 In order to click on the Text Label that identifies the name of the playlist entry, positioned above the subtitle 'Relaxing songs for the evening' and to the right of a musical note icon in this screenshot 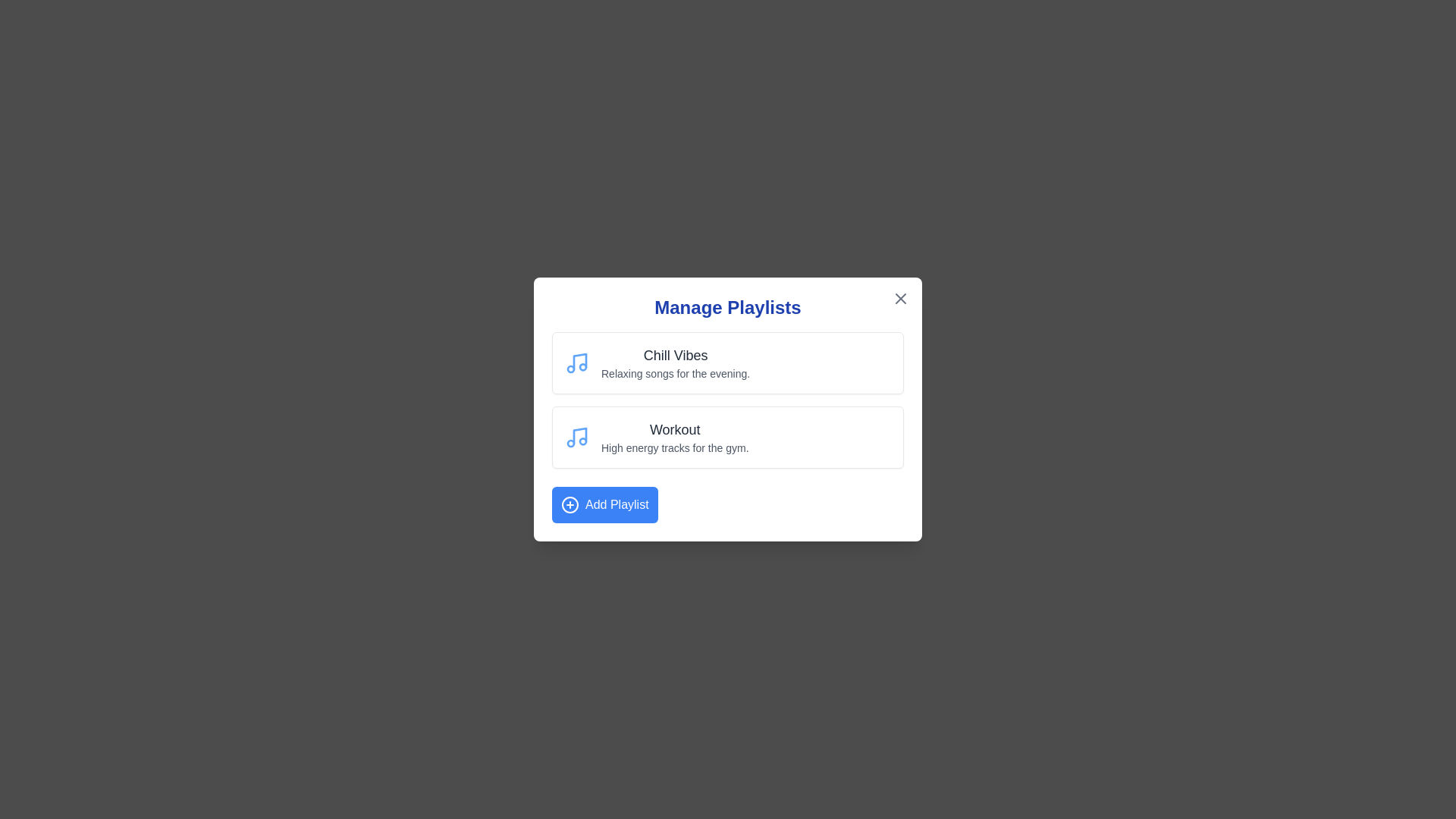, I will do `click(675, 356)`.